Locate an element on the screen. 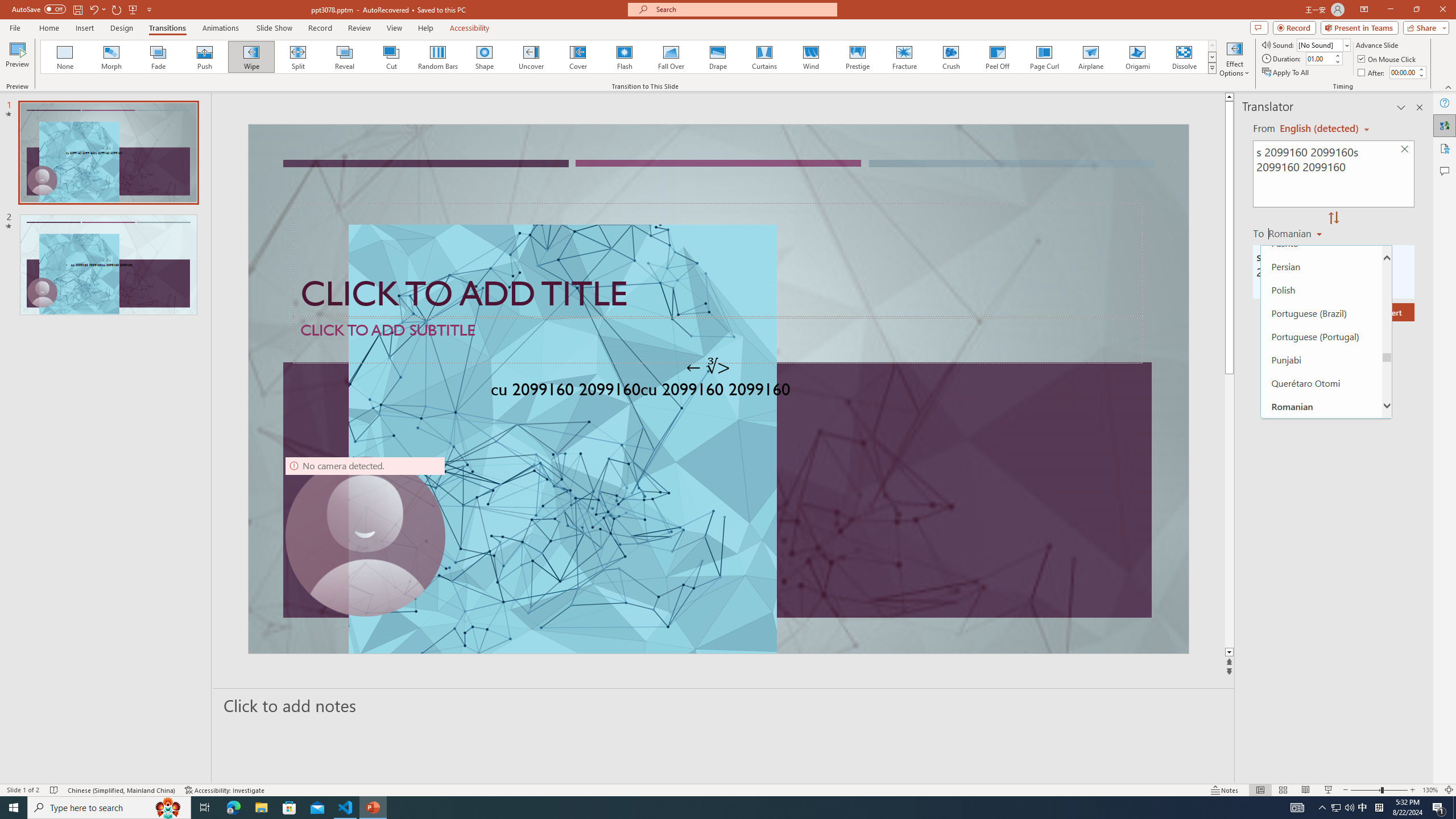 The height and width of the screenshot is (819, 1456). 'Flash' is located at coordinates (624, 56).